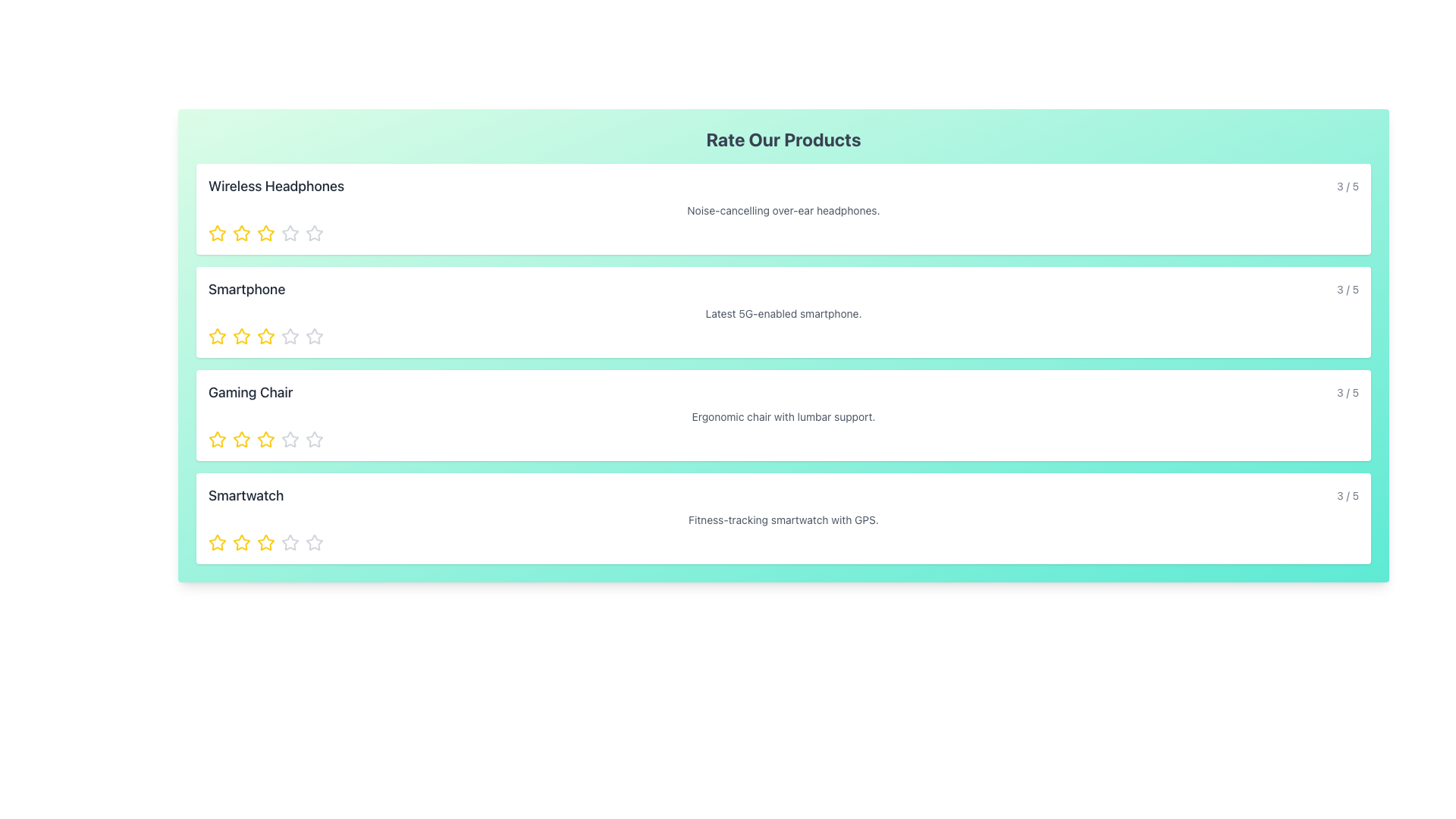 The width and height of the screenshot is (1456, 819). What do you see at coordinates (265, 542) in the screenshot?
I see `the third yellow star icon used for rating the 'Smartwatch' product` at bounding box center [265, 542].